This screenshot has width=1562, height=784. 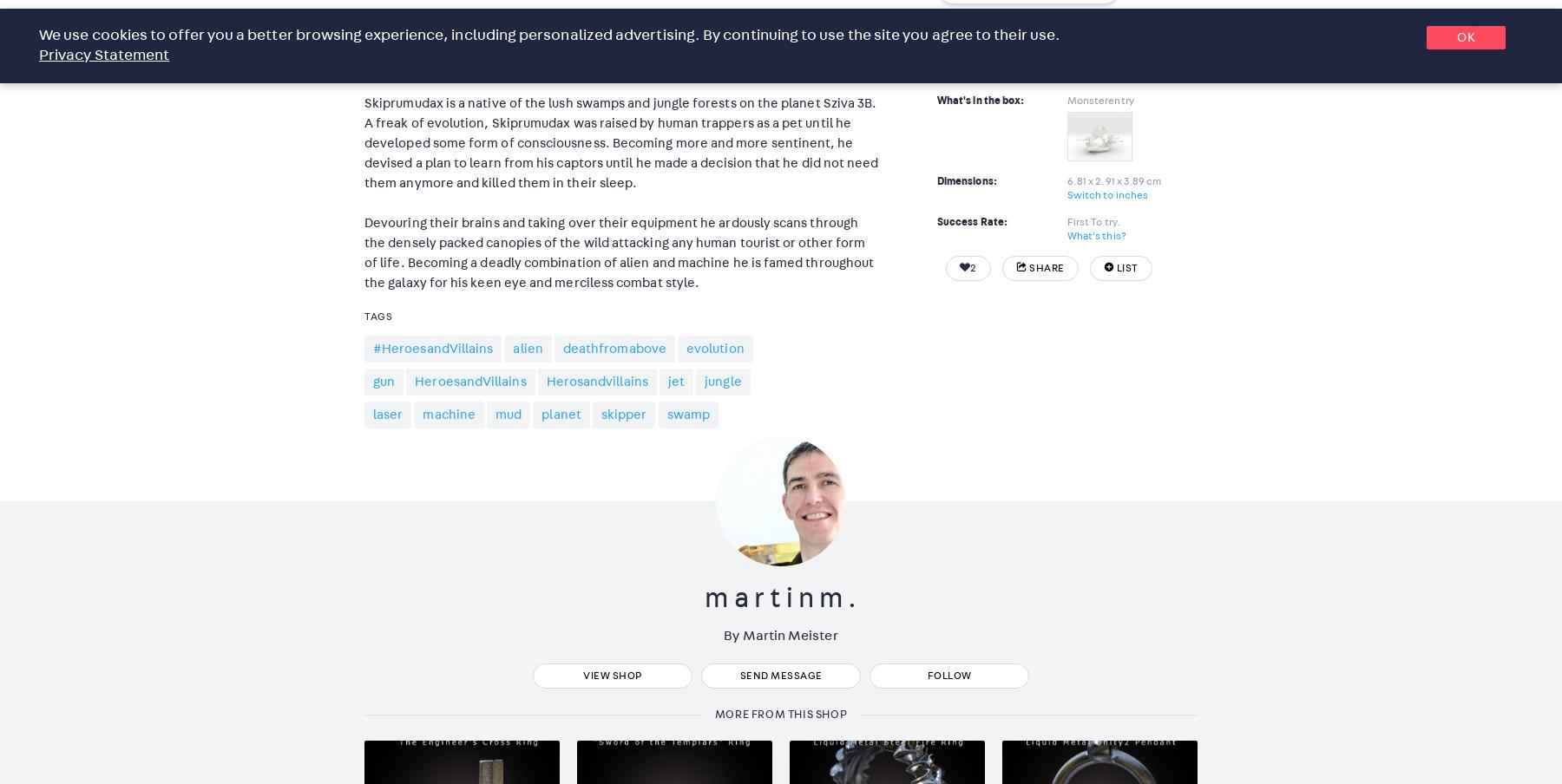 What do you see at coordinates (1115, 266) in the screenshot?
I see `'List'` at bounding box center [1115, 266].